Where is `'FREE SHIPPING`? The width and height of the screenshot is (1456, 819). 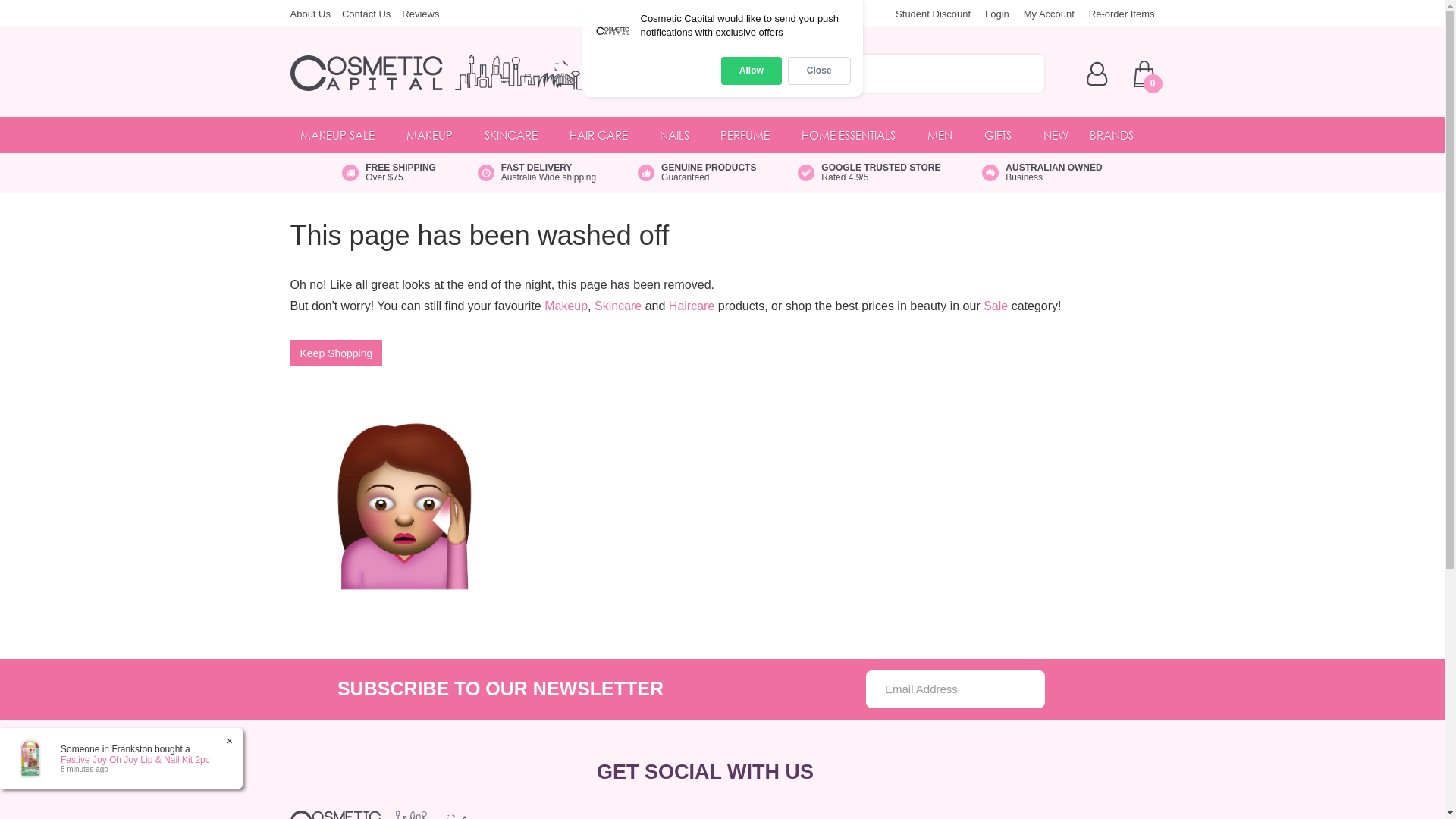 'FREE SHIPPING is located at coordinates (389, 171).